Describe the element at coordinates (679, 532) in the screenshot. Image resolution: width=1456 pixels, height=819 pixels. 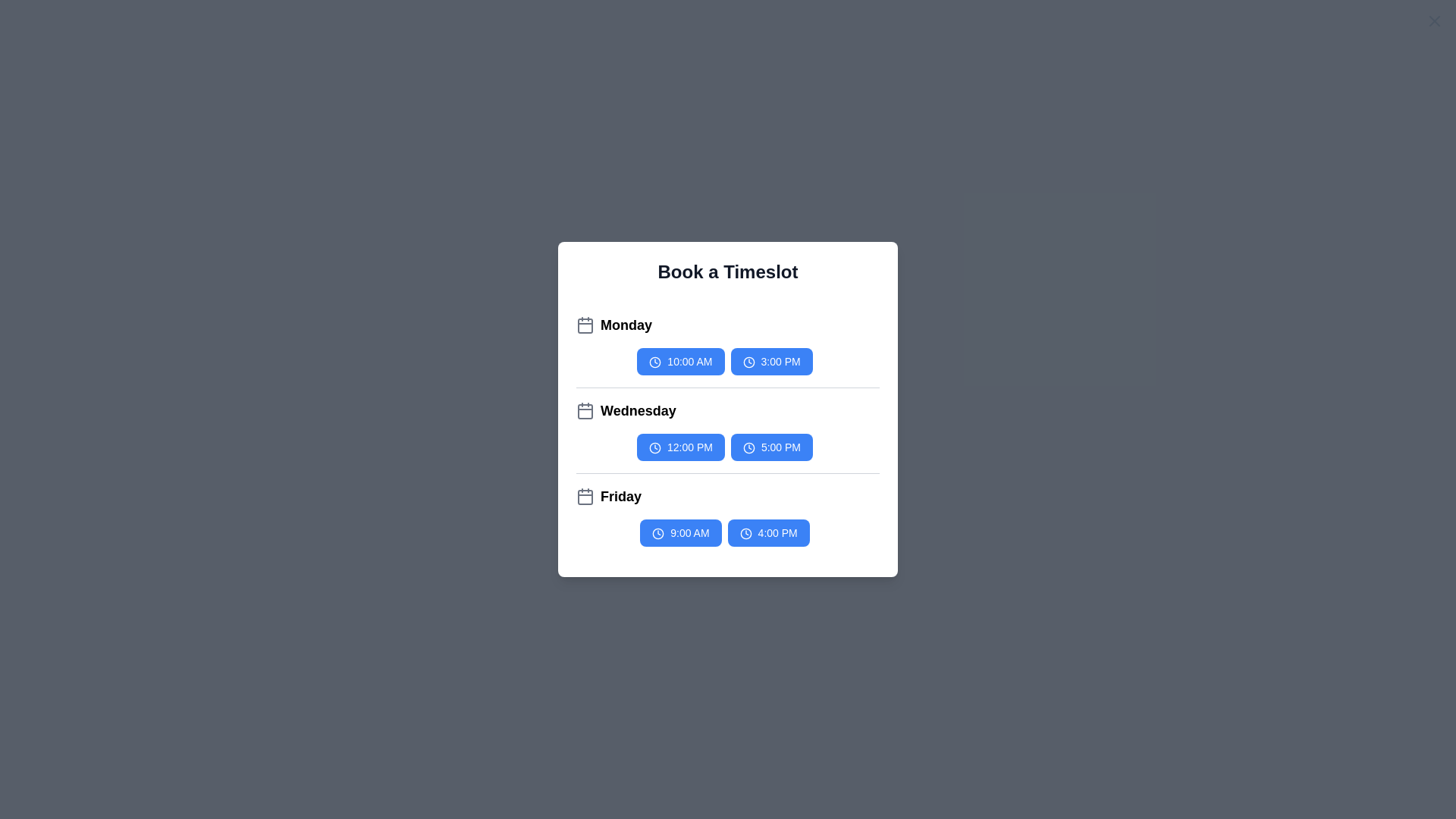
I see `the timeslot button labeled 9:00 AM` at that location.